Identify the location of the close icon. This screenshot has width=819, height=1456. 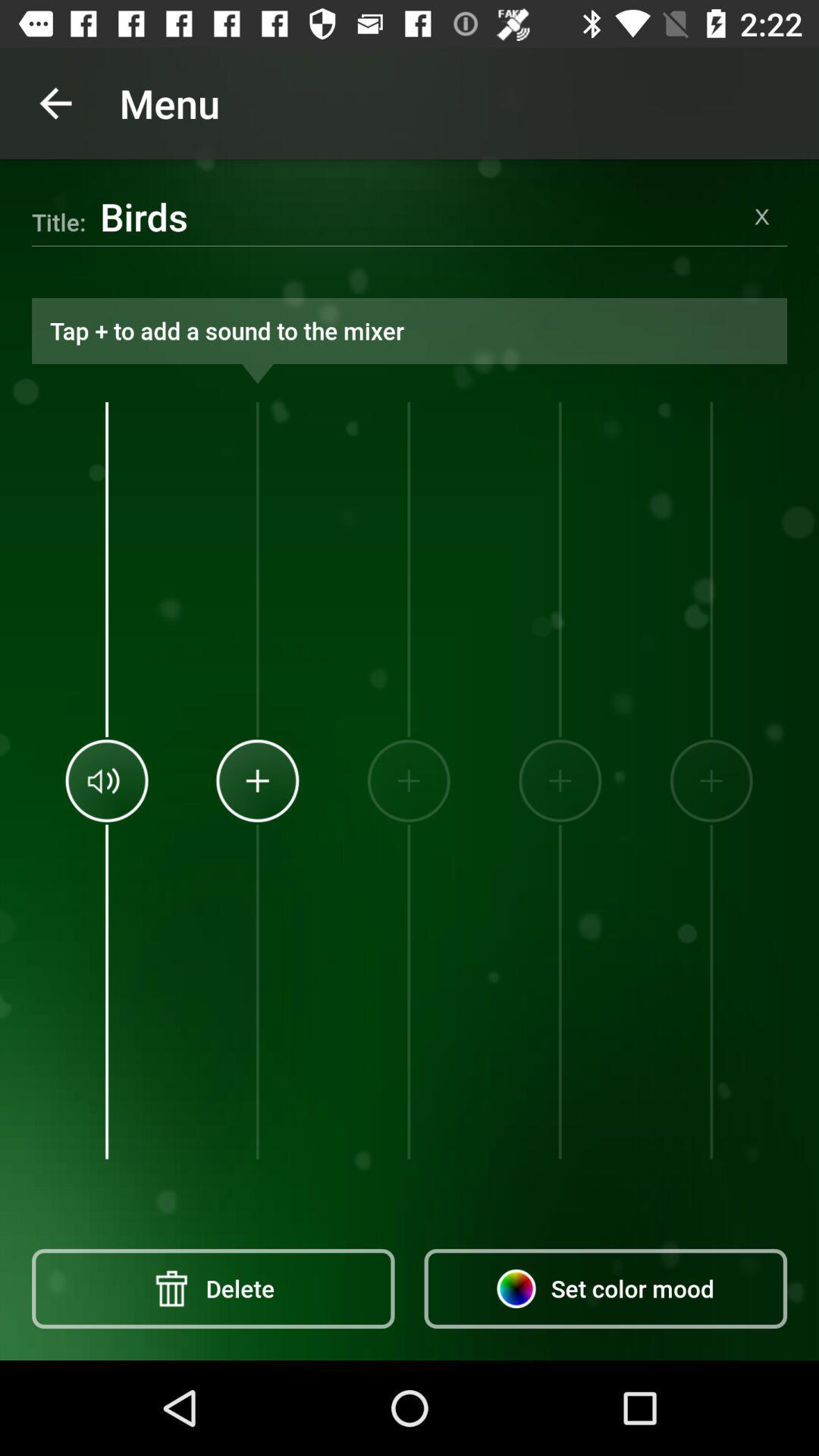
(762, 215).